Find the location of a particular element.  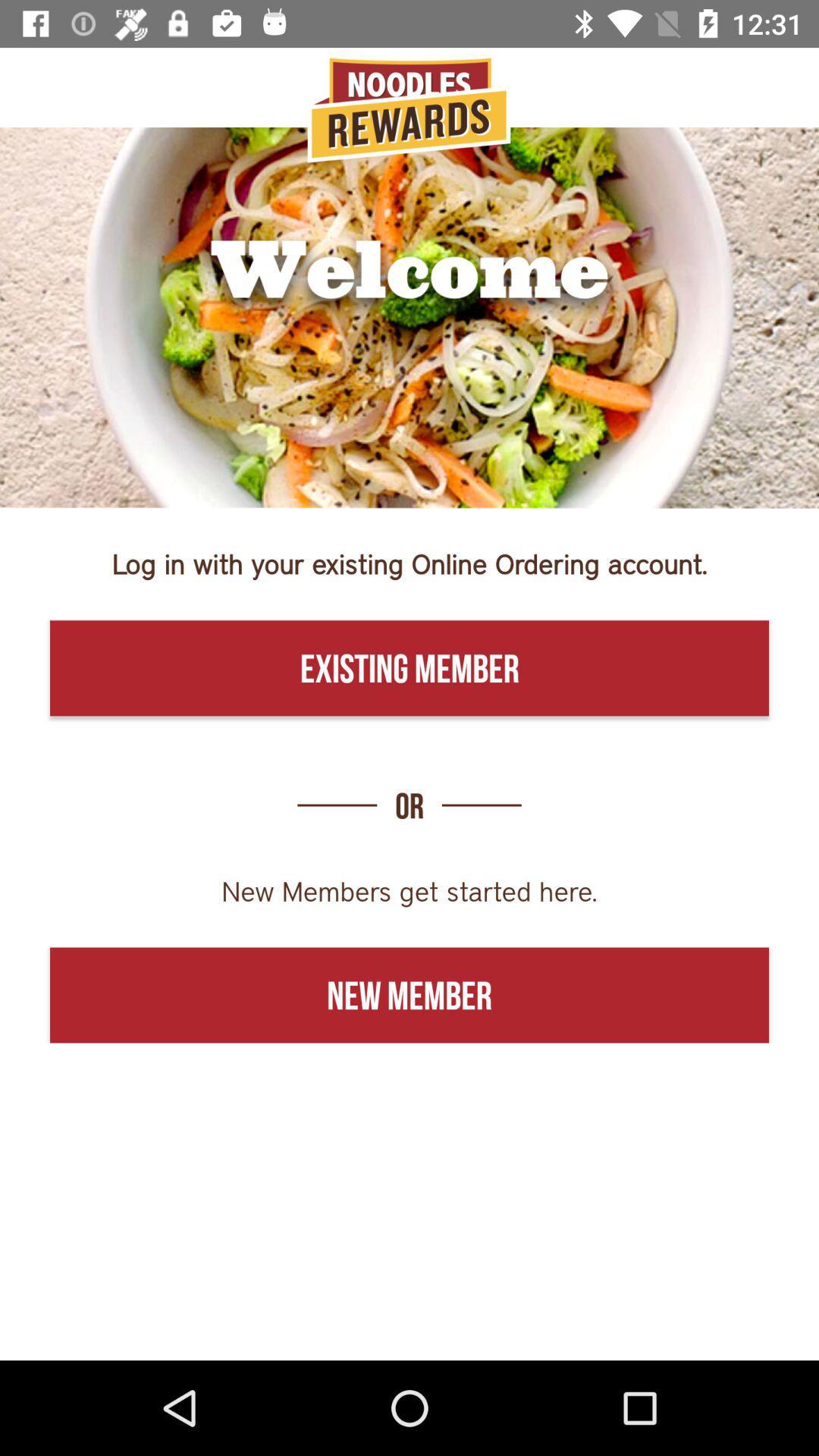

new member item is located at coordinates (409, 995).